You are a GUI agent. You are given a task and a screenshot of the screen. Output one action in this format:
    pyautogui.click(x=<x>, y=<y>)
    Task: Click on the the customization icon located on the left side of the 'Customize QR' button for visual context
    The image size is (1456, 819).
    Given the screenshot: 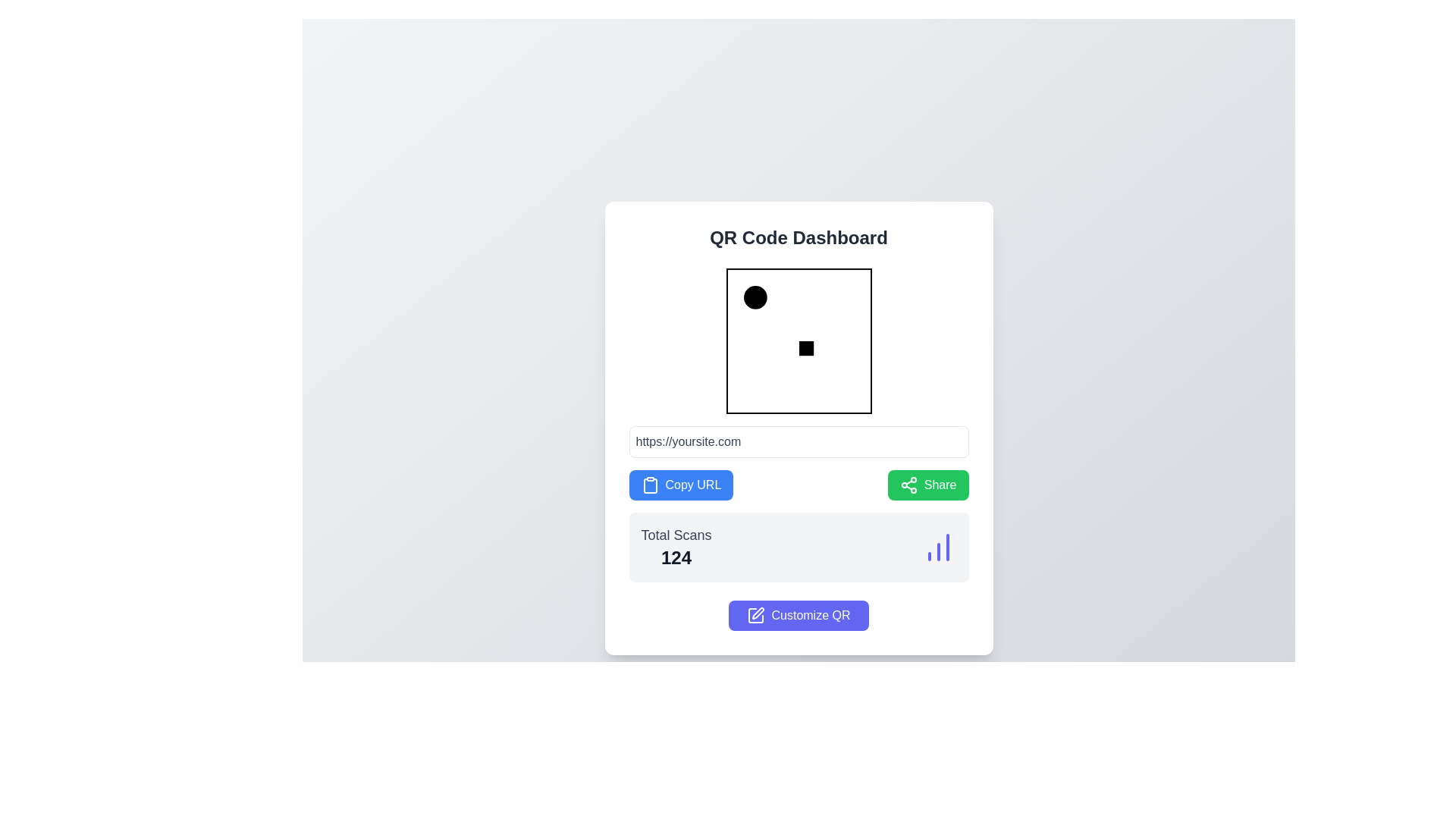 What is the action you would take?
    pyautogui.click(x=756, y=616)
    